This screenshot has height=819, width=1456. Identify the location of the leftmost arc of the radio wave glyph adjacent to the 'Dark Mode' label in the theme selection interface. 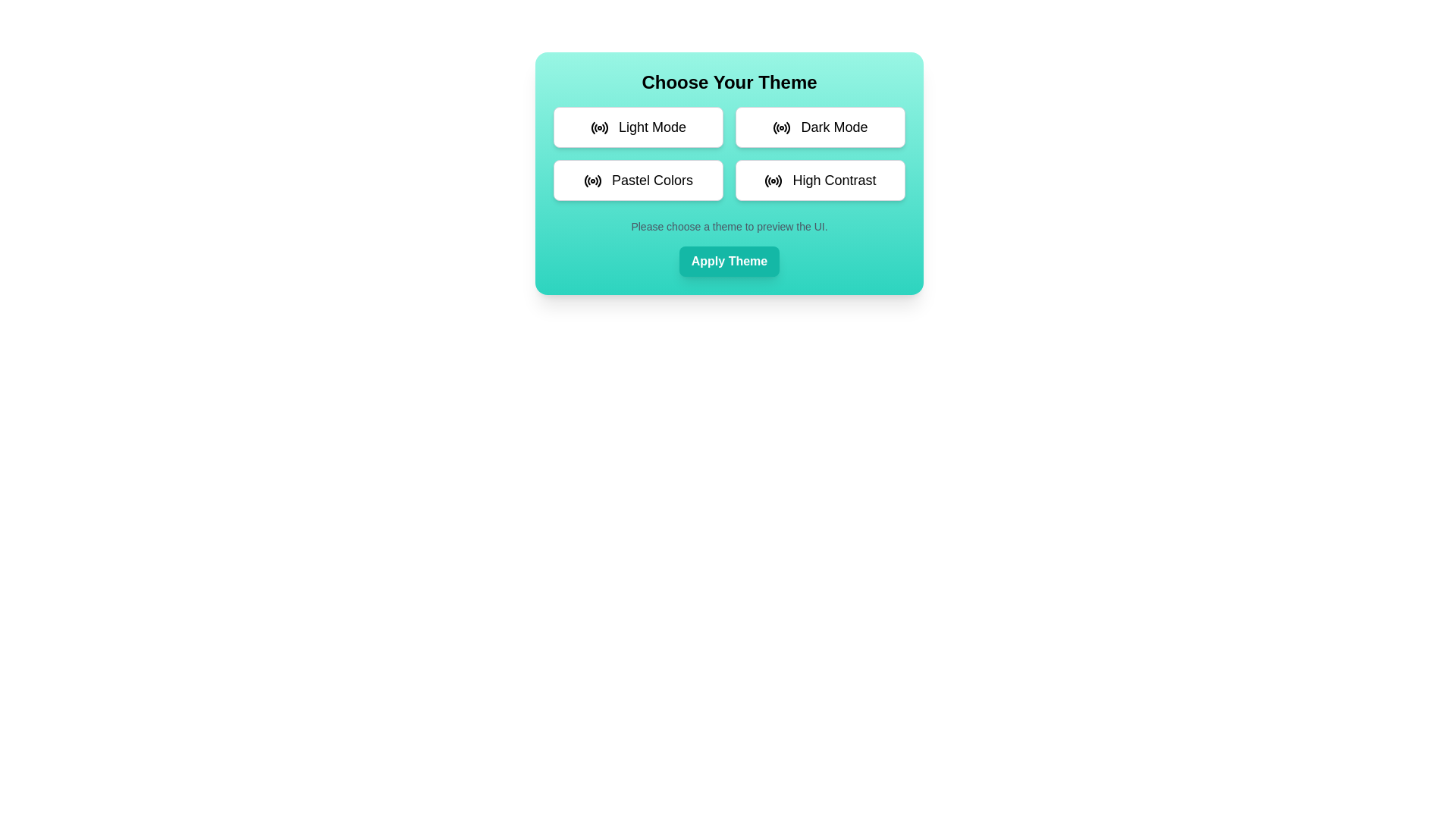
(775, 127).